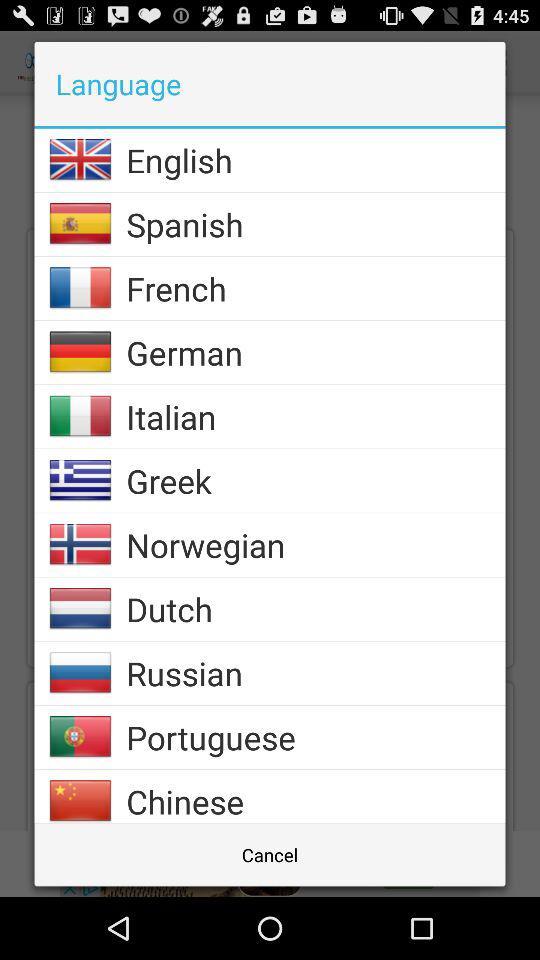 Image resolution: width=540 pixels, height=960 pixels. What do you see at coordinates (315, 159) in the screenshot?
I see `app above spanish icon` at bounding box center [315, 159].